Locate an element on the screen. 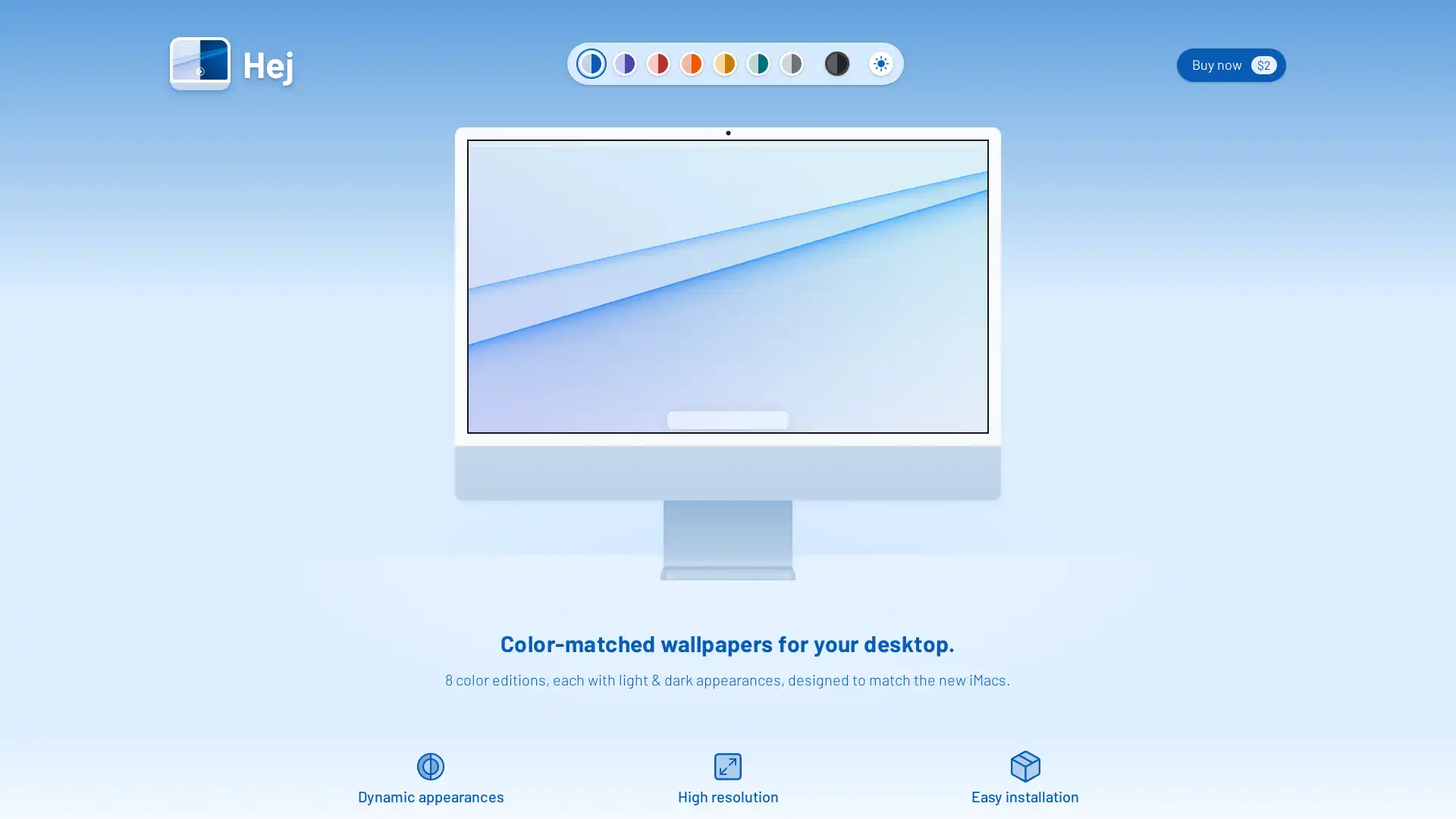  Set theme to green is located at coordinates (758, 63).